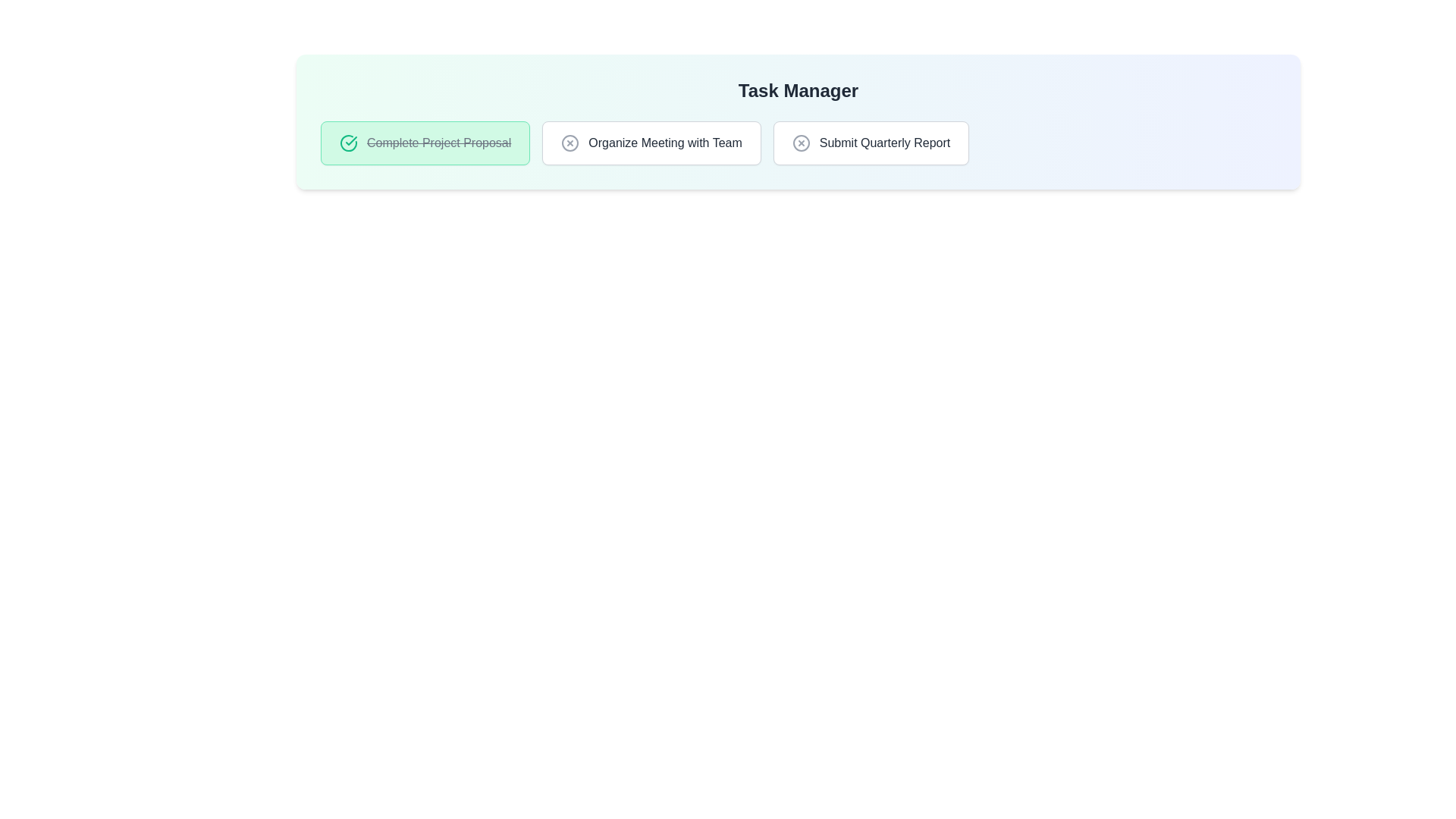 This screenshot has height=819, width=1456. I want to click on the task chip for Complete Project Proposal, so click(425, 143).